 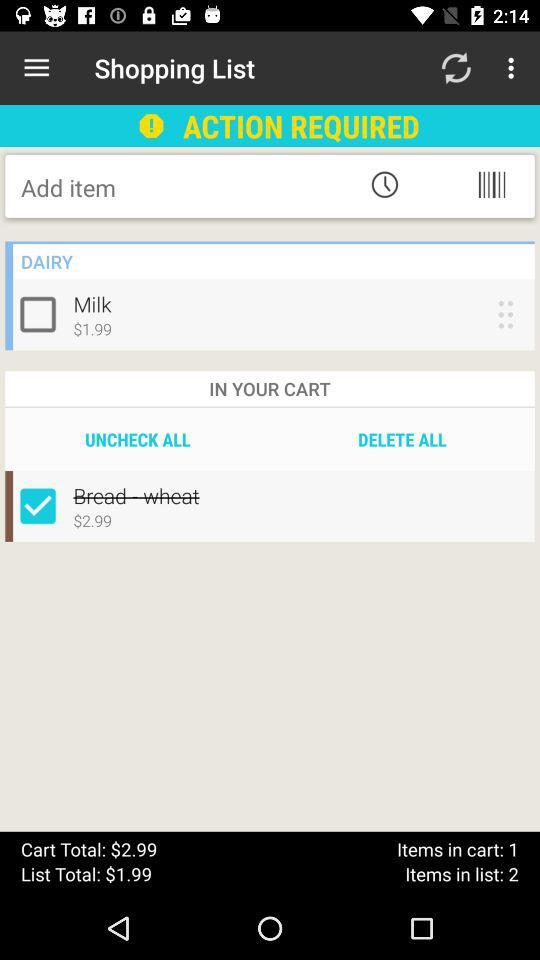 I want to click on the icon to the left of shopping list item, so click(x=36, y=68).